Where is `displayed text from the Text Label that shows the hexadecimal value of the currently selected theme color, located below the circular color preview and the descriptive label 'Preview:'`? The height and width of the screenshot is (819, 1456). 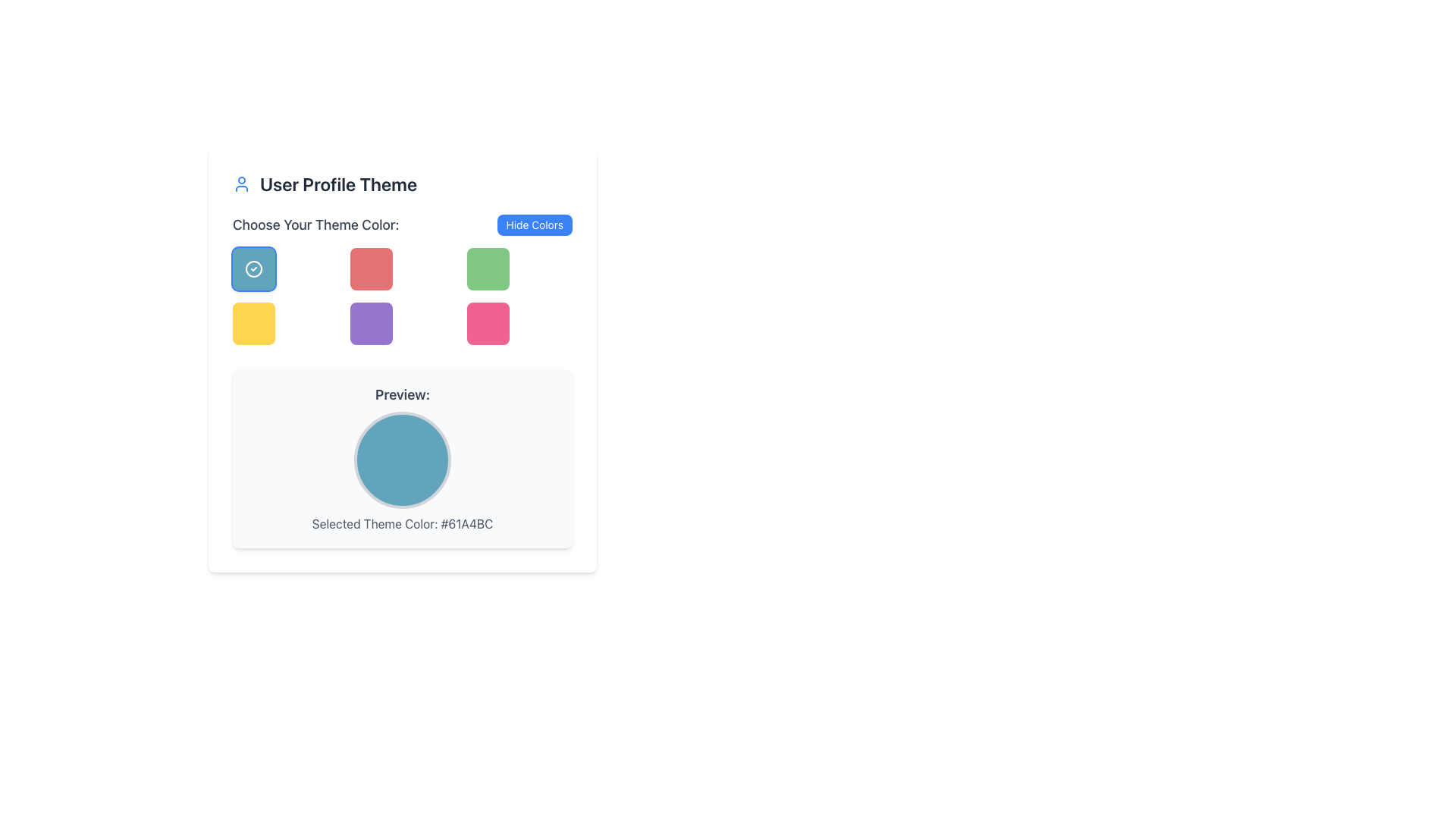 displayed text from the Text Label that shows the hexadecimal value of the currently selected theme color, located below the circular color preview and the descriptive label 'Preview:' is located at coordinates (403, 522).